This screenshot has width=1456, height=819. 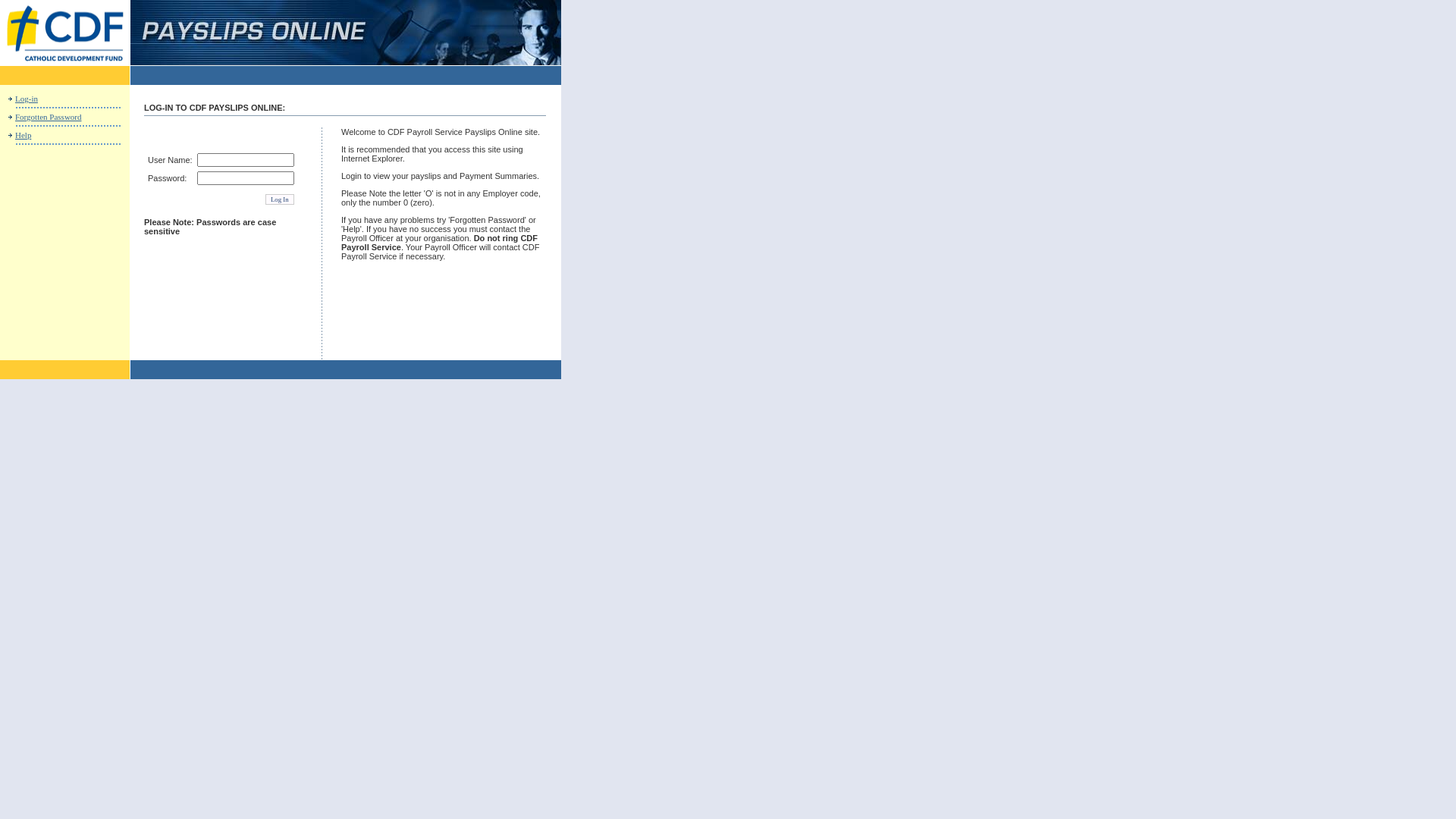 I want to click on 'Forgotten Password', so click(x=48, y=116).